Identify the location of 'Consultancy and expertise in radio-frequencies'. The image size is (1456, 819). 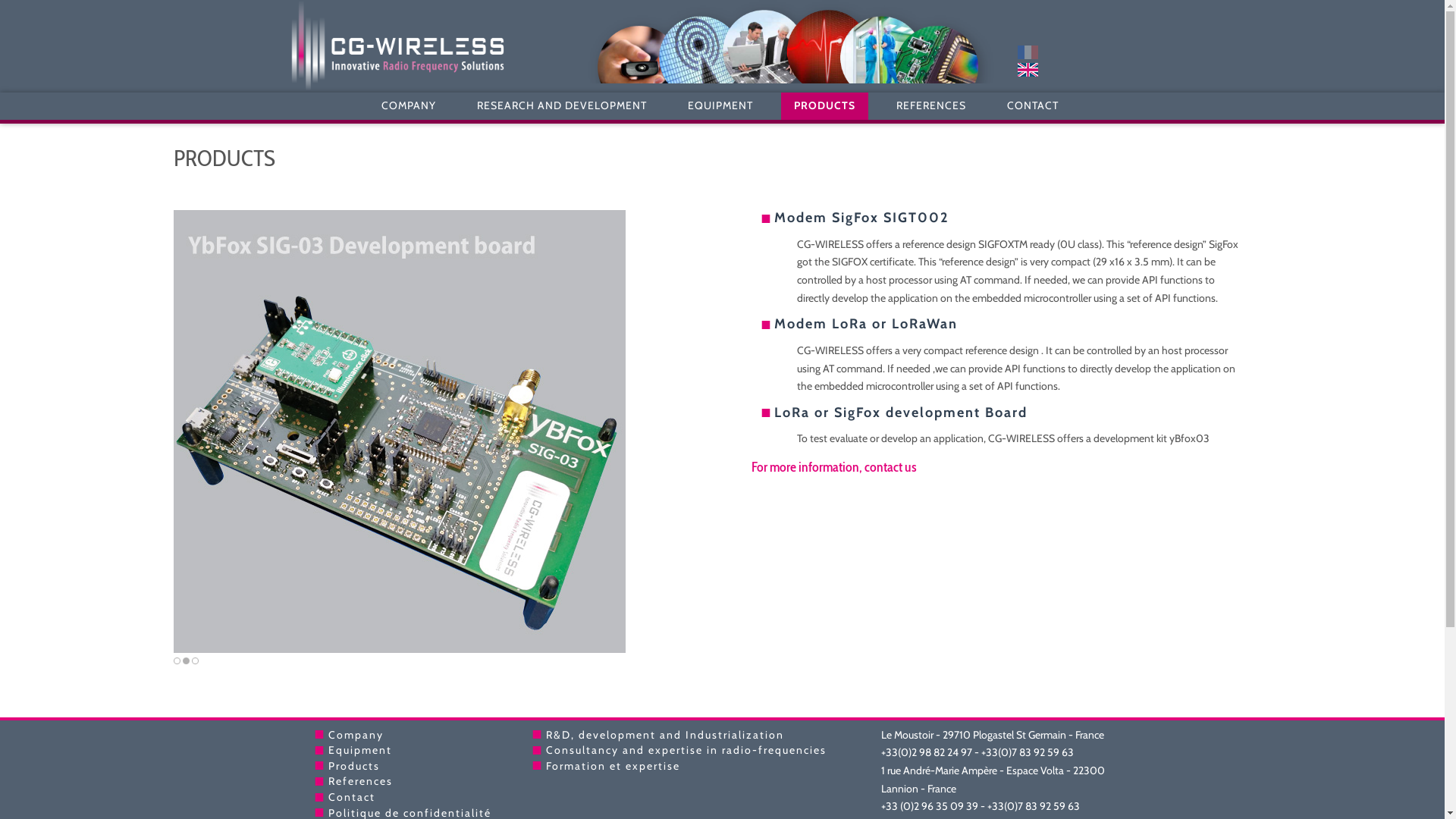
(546, 748).